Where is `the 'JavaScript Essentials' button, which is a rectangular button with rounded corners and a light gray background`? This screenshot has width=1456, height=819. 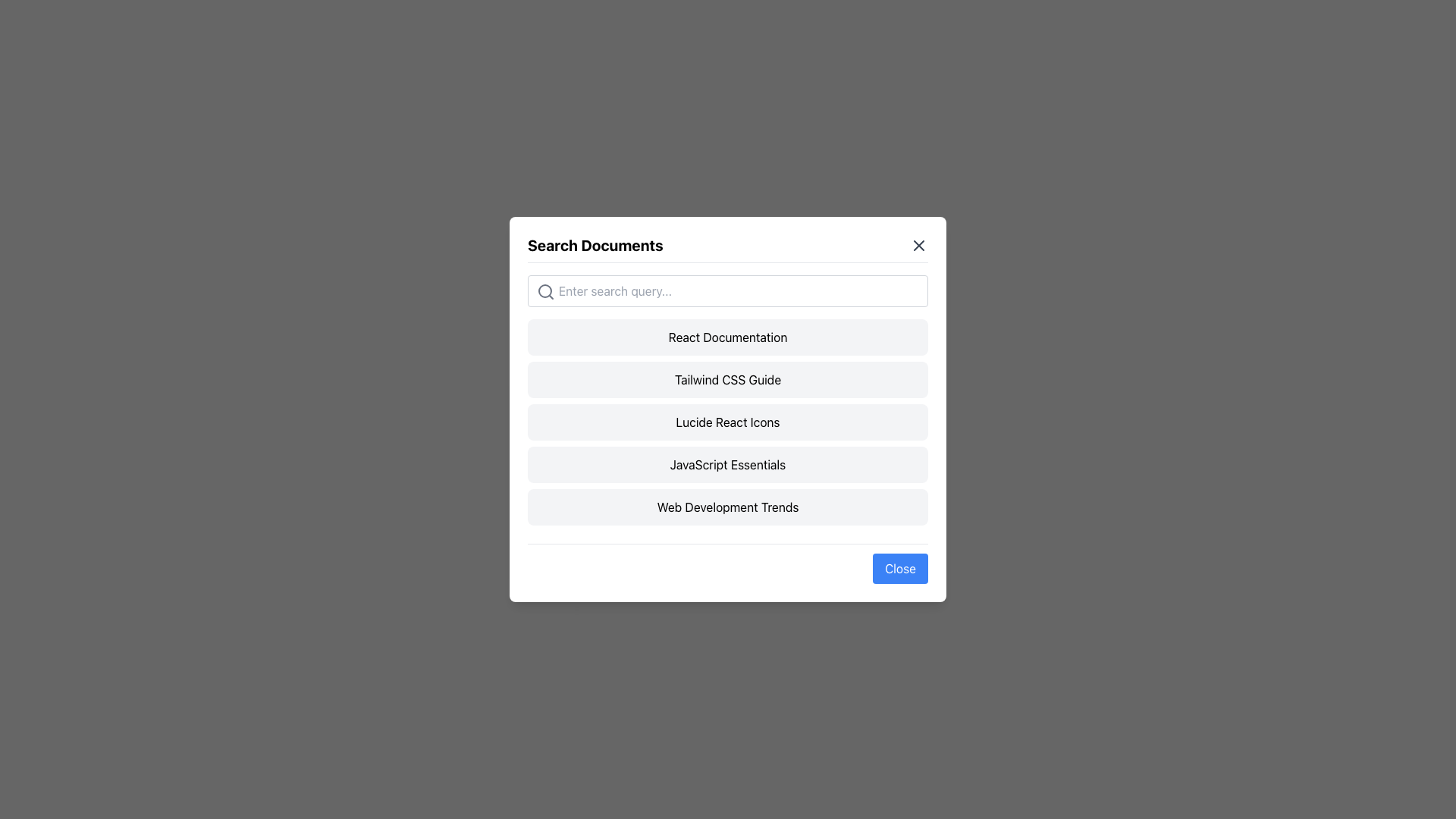
the 'JavaScript Essentials' button, which is a rectangular button with rounded corners and a light gray background is located at coordinates (728, 464).